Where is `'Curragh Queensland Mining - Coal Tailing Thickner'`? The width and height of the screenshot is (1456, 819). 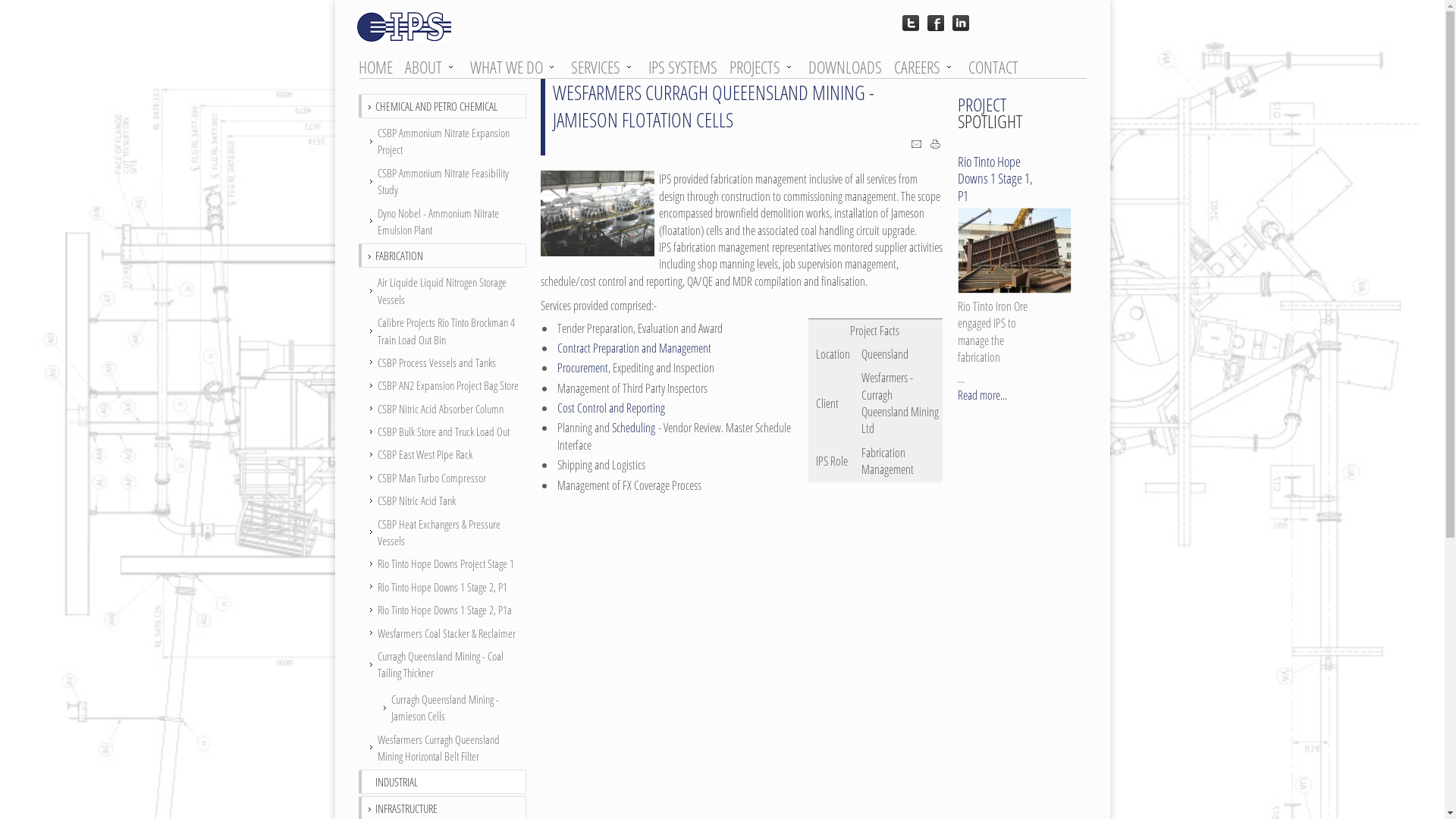
'Curragh Queensland Mining - Coal Tailing Thickner' is located at coordinates (442, 664).